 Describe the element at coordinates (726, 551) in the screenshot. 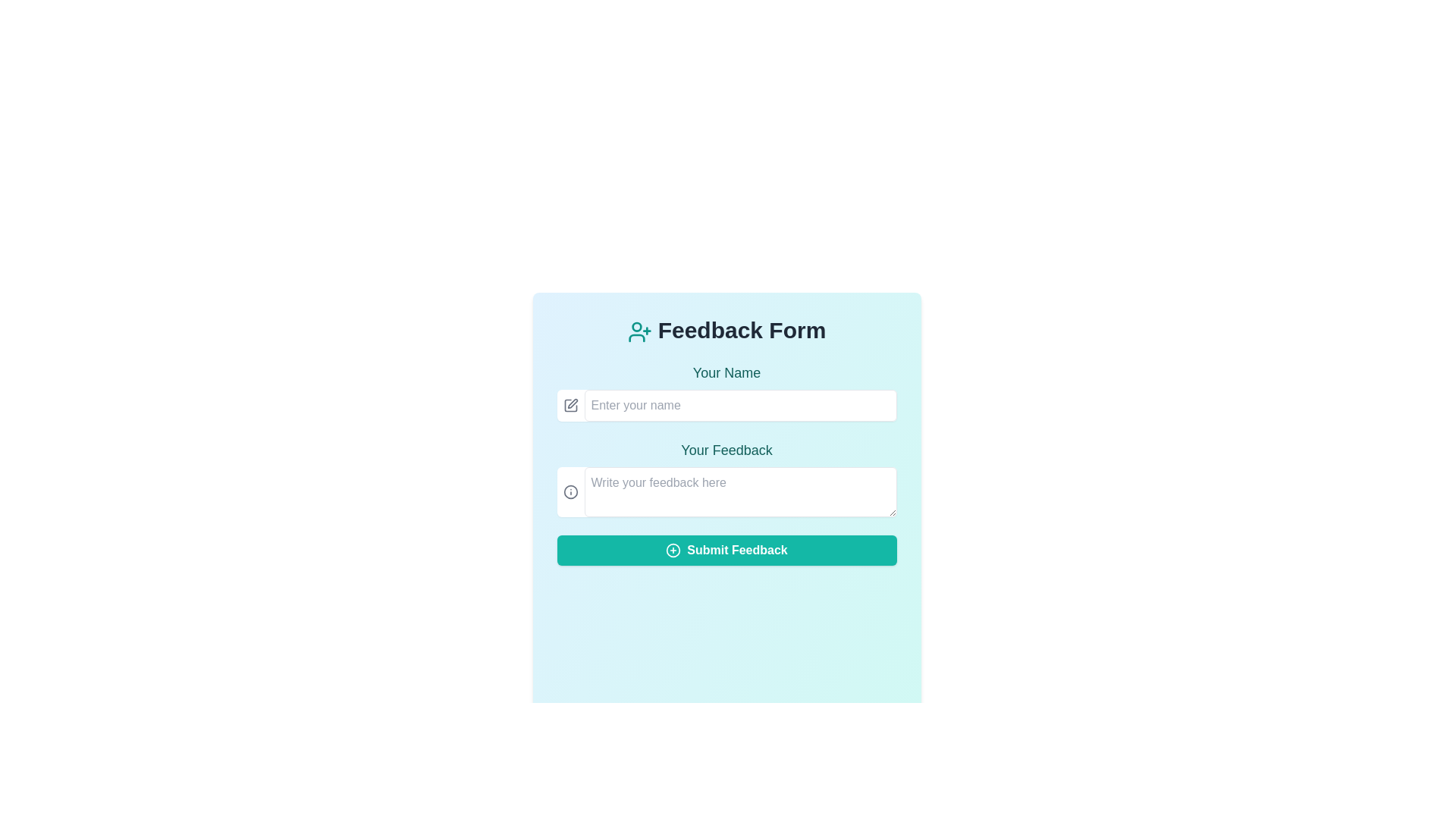

I see `the feedback submission button located at the bottom of the form layout to observe the hover effects` at that location.